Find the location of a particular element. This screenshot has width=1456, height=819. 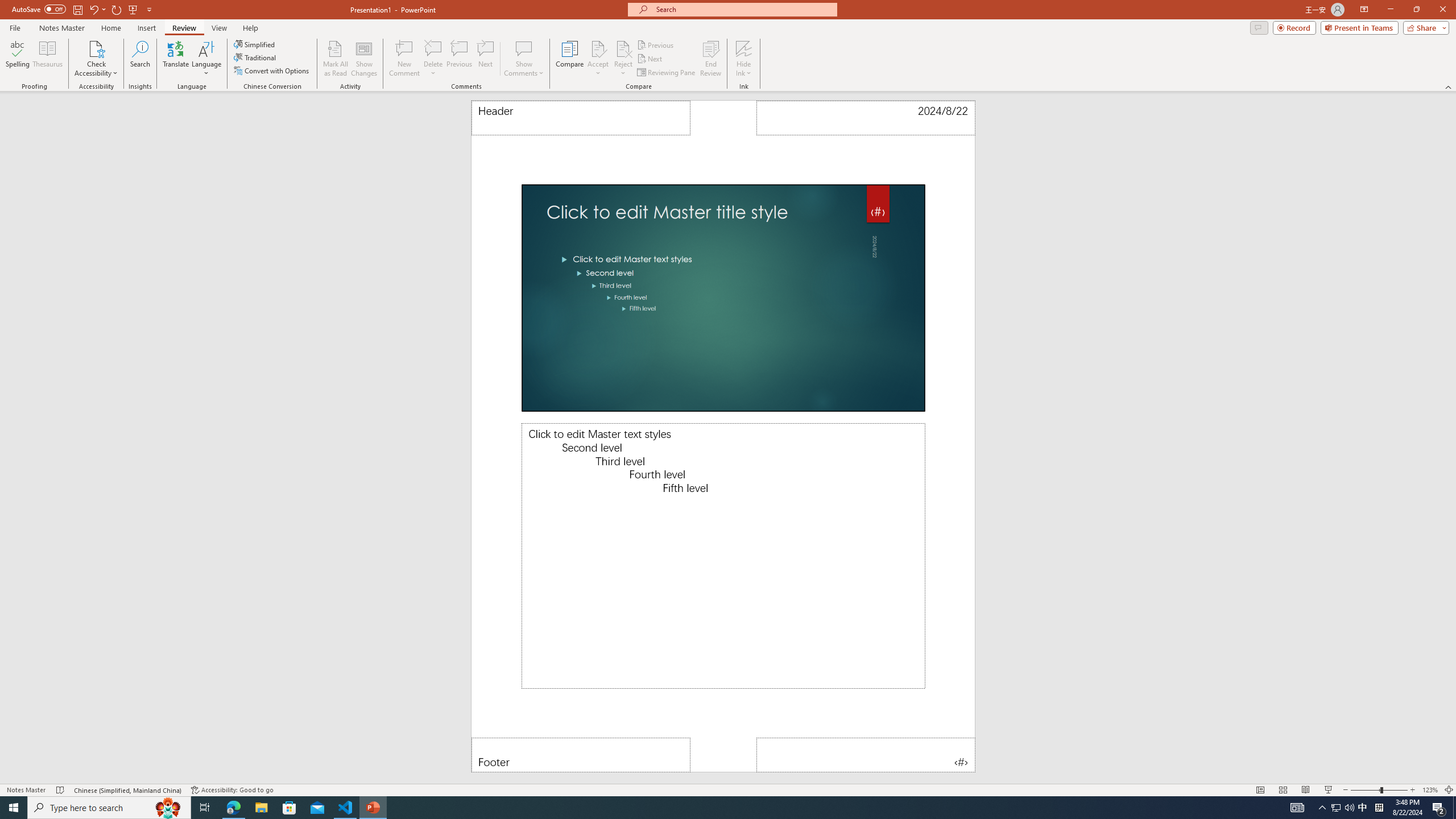

'Zoom 123%' is located at coordinates (1430, 790).